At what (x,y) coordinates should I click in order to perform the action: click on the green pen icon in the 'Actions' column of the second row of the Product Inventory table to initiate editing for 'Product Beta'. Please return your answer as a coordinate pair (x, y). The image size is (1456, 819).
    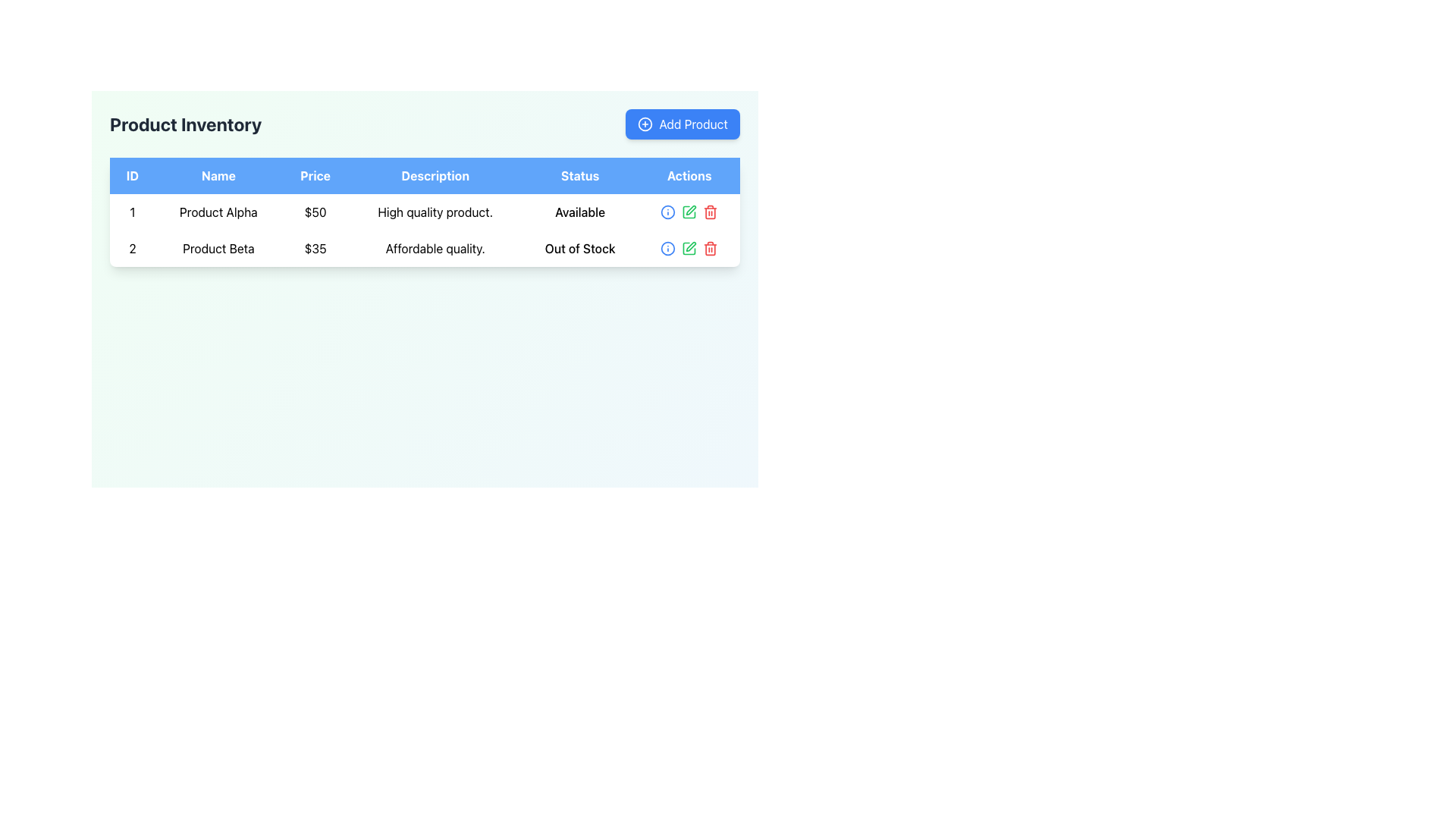
    Looking at the image, I should click on (689, 247).